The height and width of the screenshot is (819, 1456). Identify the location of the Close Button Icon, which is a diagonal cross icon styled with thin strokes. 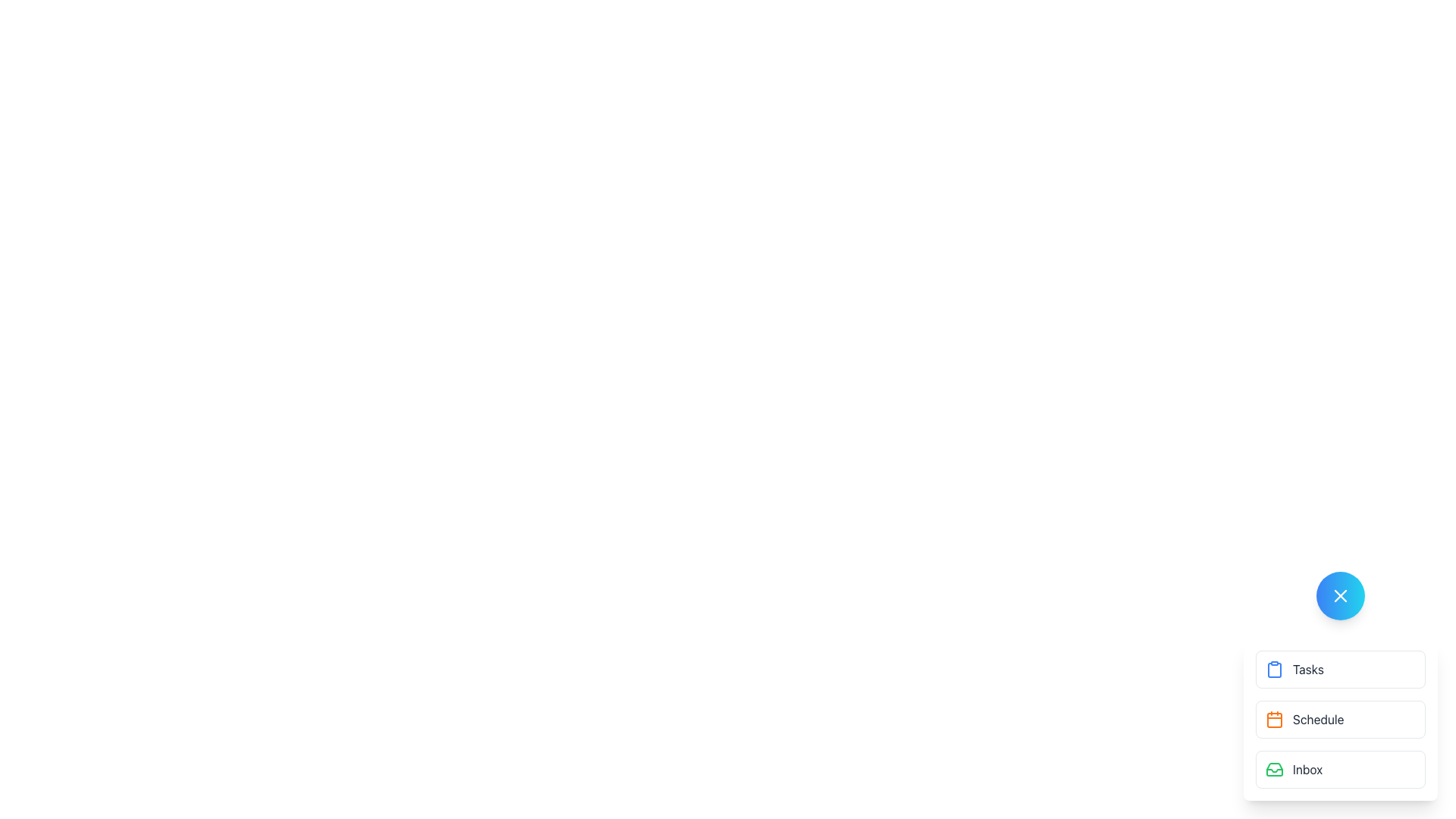
(1340, 595).